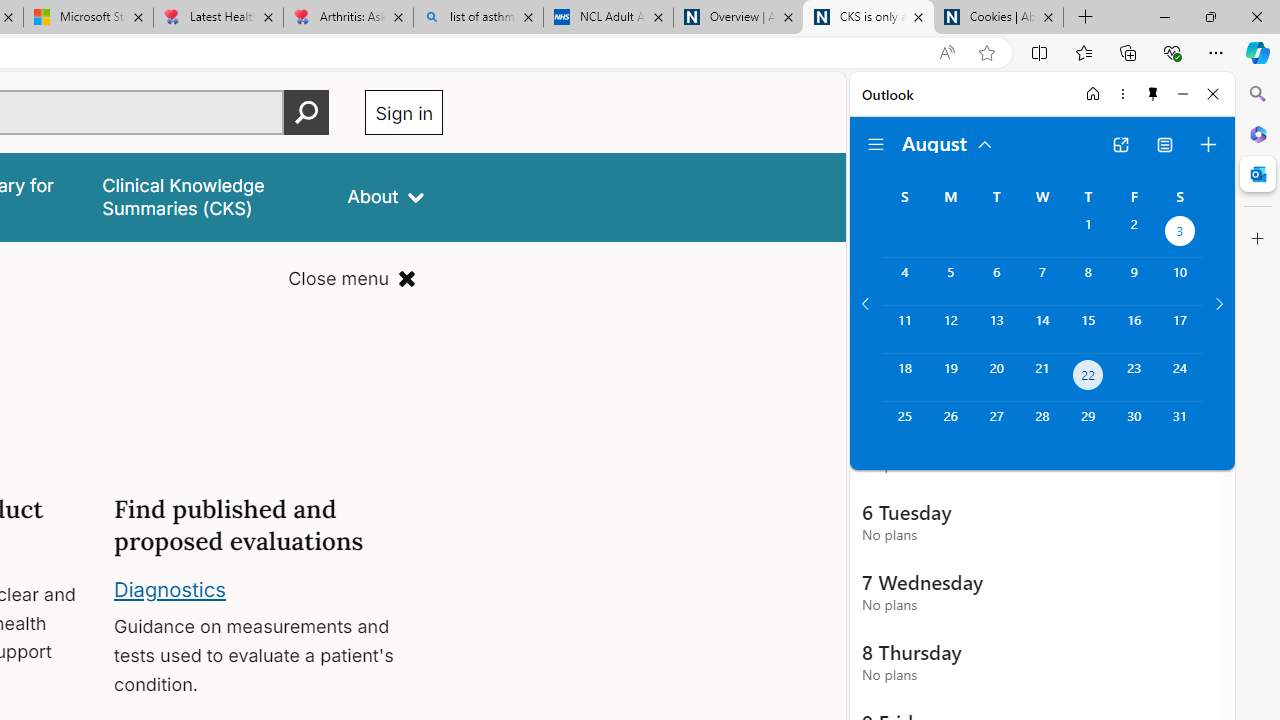 The width and height of the screenshot is (1280, 720). What do you see at coordinates (1134, 232) in the screenshot?
I see `'Friday, August 2, 2024. '` at bounding box center [1134, 232].